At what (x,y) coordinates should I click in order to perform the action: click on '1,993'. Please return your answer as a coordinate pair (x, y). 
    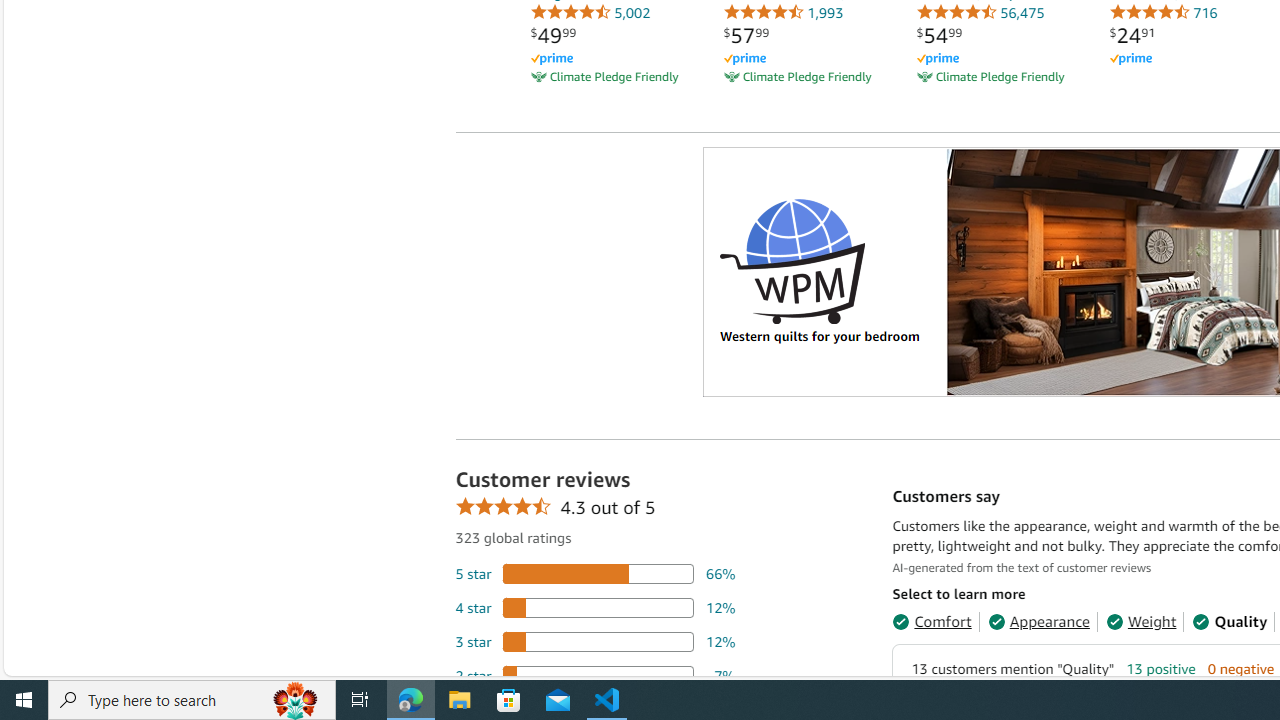
    Looking at the image, I should click on (782, 12).